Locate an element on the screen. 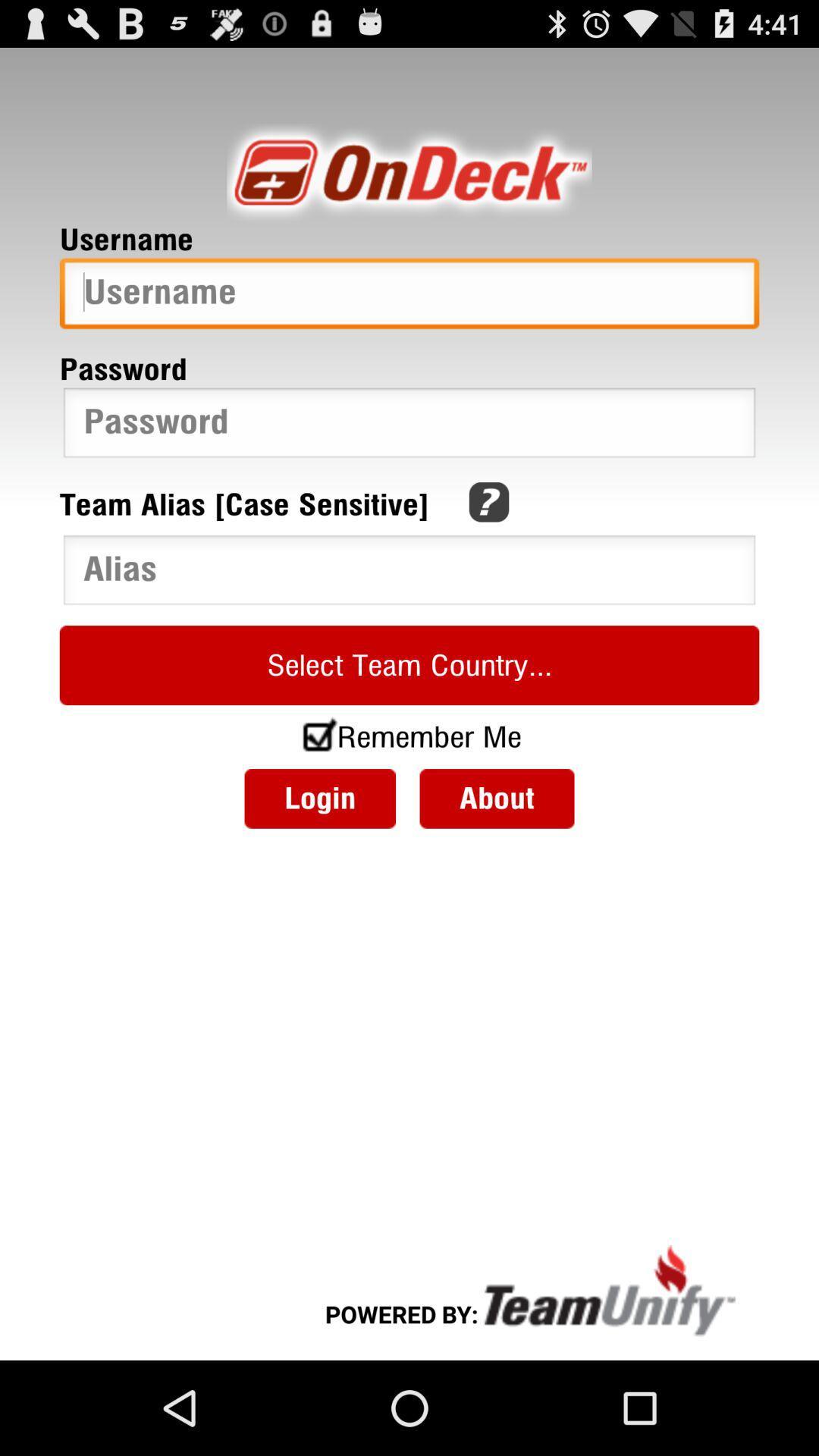  alias is located at coordinates (409, 573).